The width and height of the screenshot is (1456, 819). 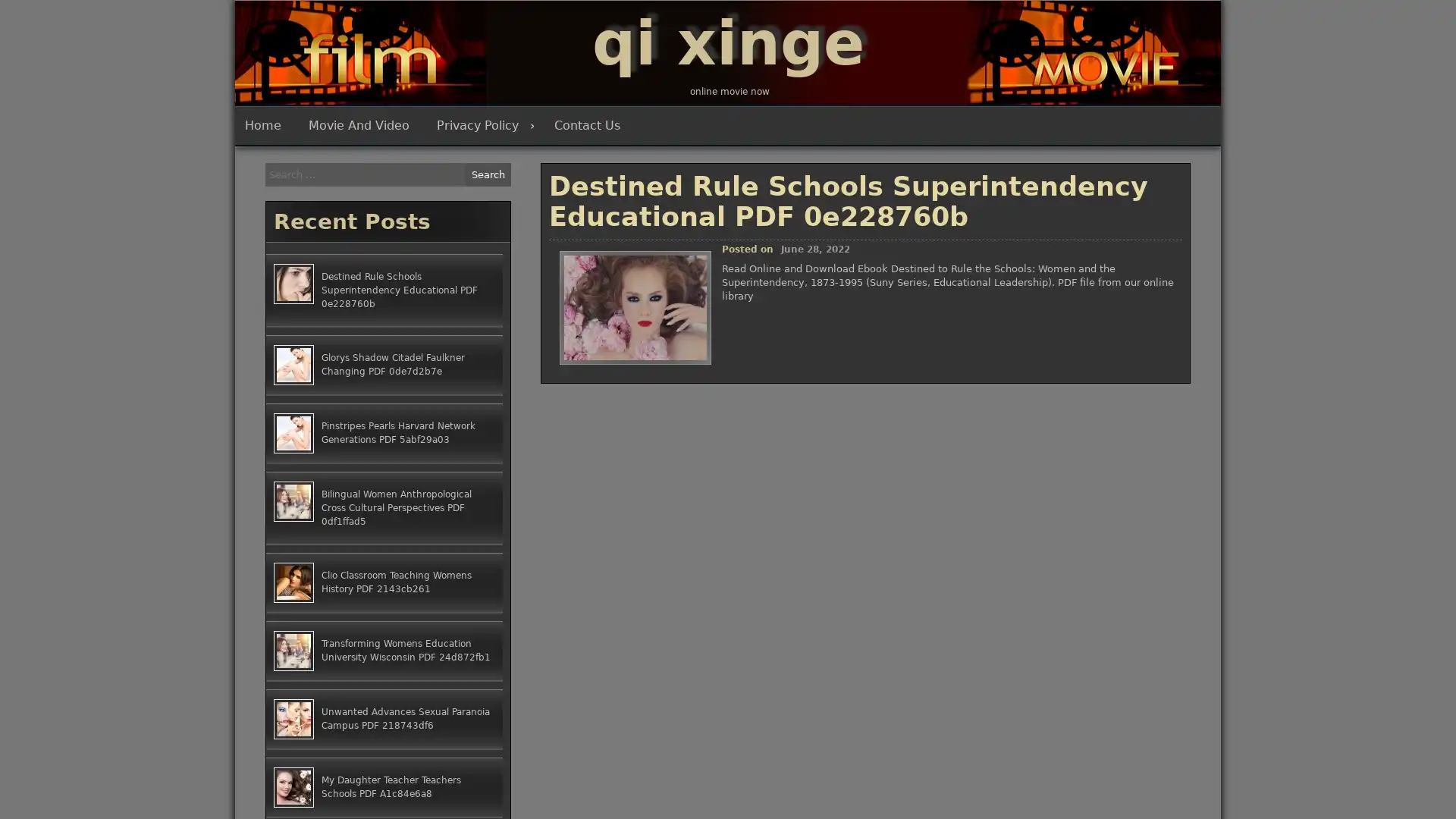 What do you see at coordinates (488, 174) in the screenshot?
I see `Search` at bounding box center [488, 174].